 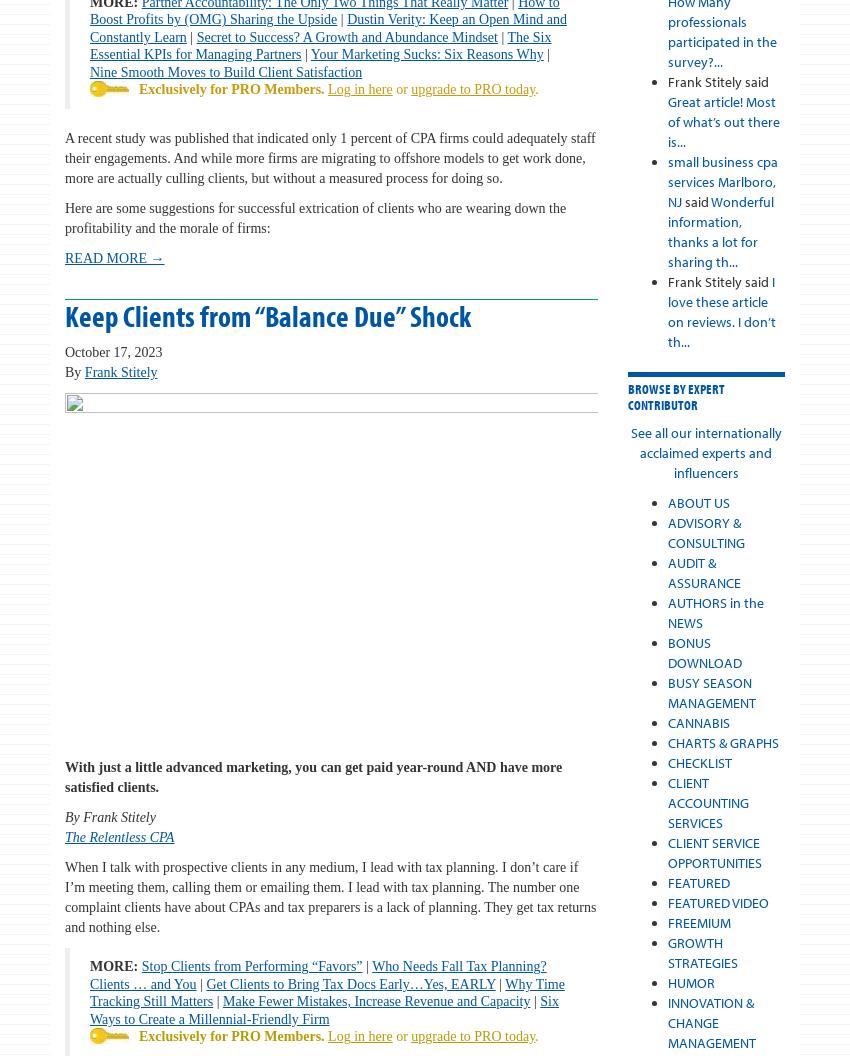 What do you see at coordinates (666, 901) in the screenshot?
I see `'FEATURED VIDEO'` at bounding box center [666, 901].